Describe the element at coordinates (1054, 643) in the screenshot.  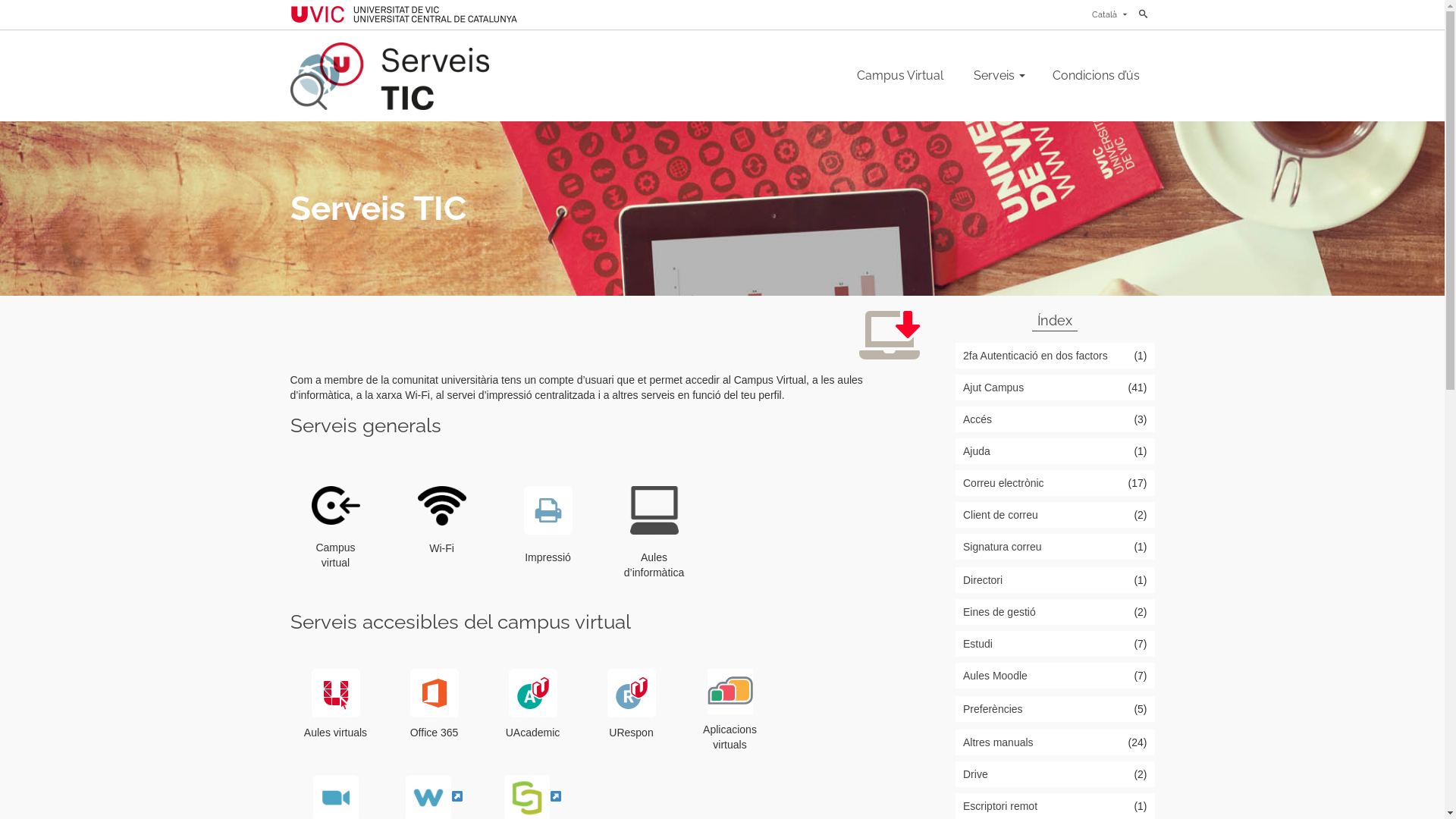
I see `'Estudi'` at that location.